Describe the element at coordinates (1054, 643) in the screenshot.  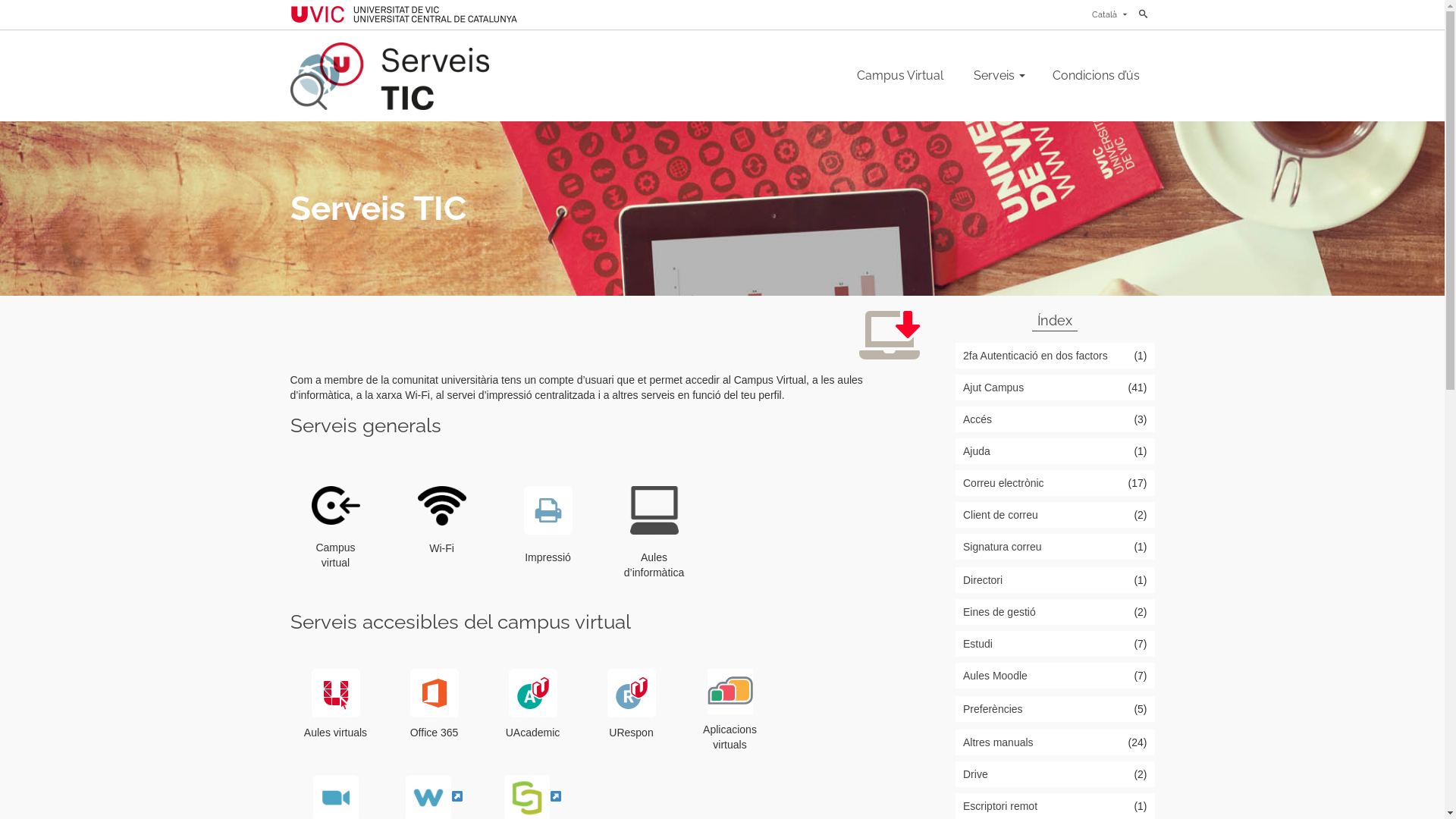
I see `'Estudi'` at that location.